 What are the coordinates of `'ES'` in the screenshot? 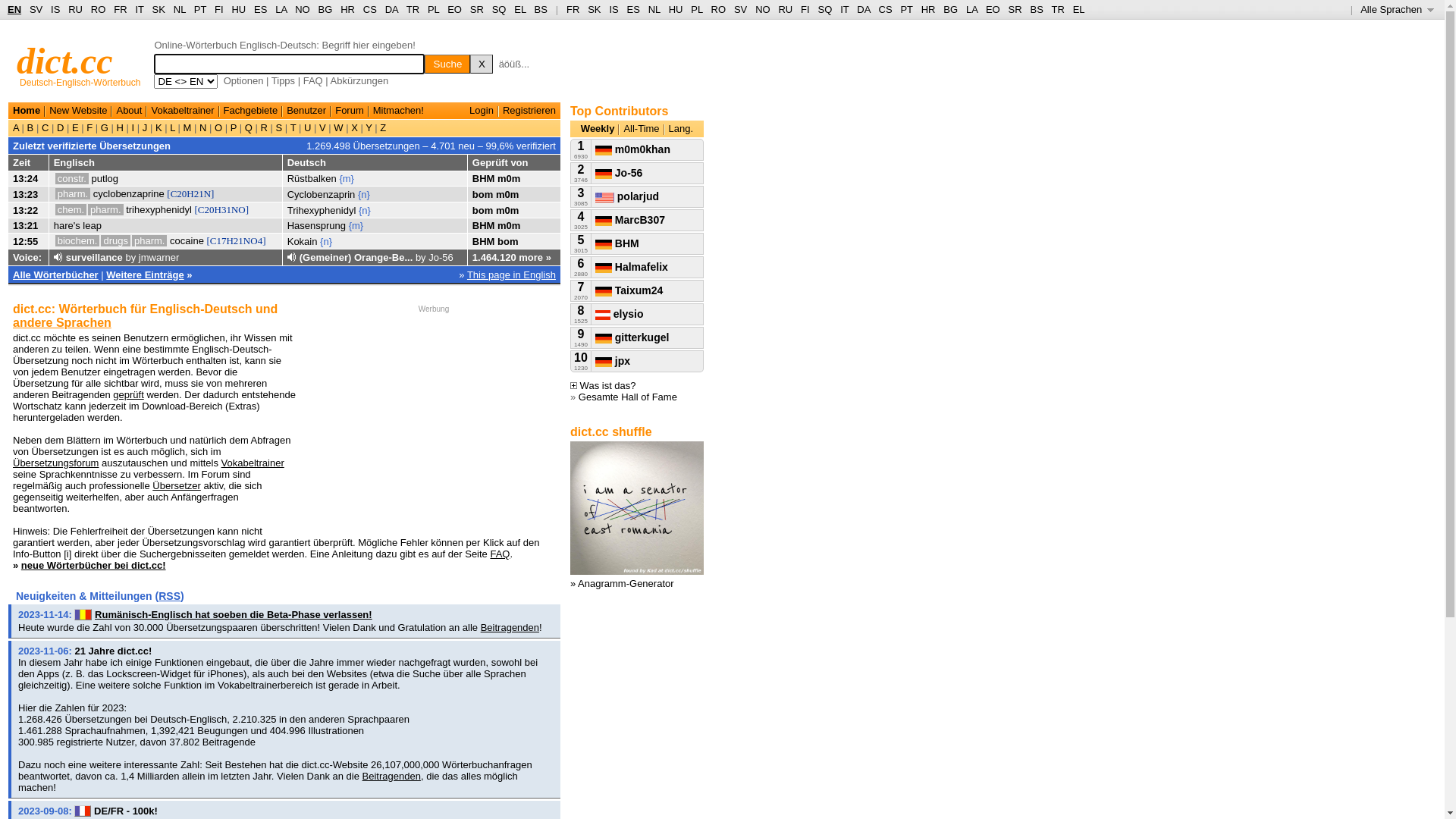 It's located at (633, 9).